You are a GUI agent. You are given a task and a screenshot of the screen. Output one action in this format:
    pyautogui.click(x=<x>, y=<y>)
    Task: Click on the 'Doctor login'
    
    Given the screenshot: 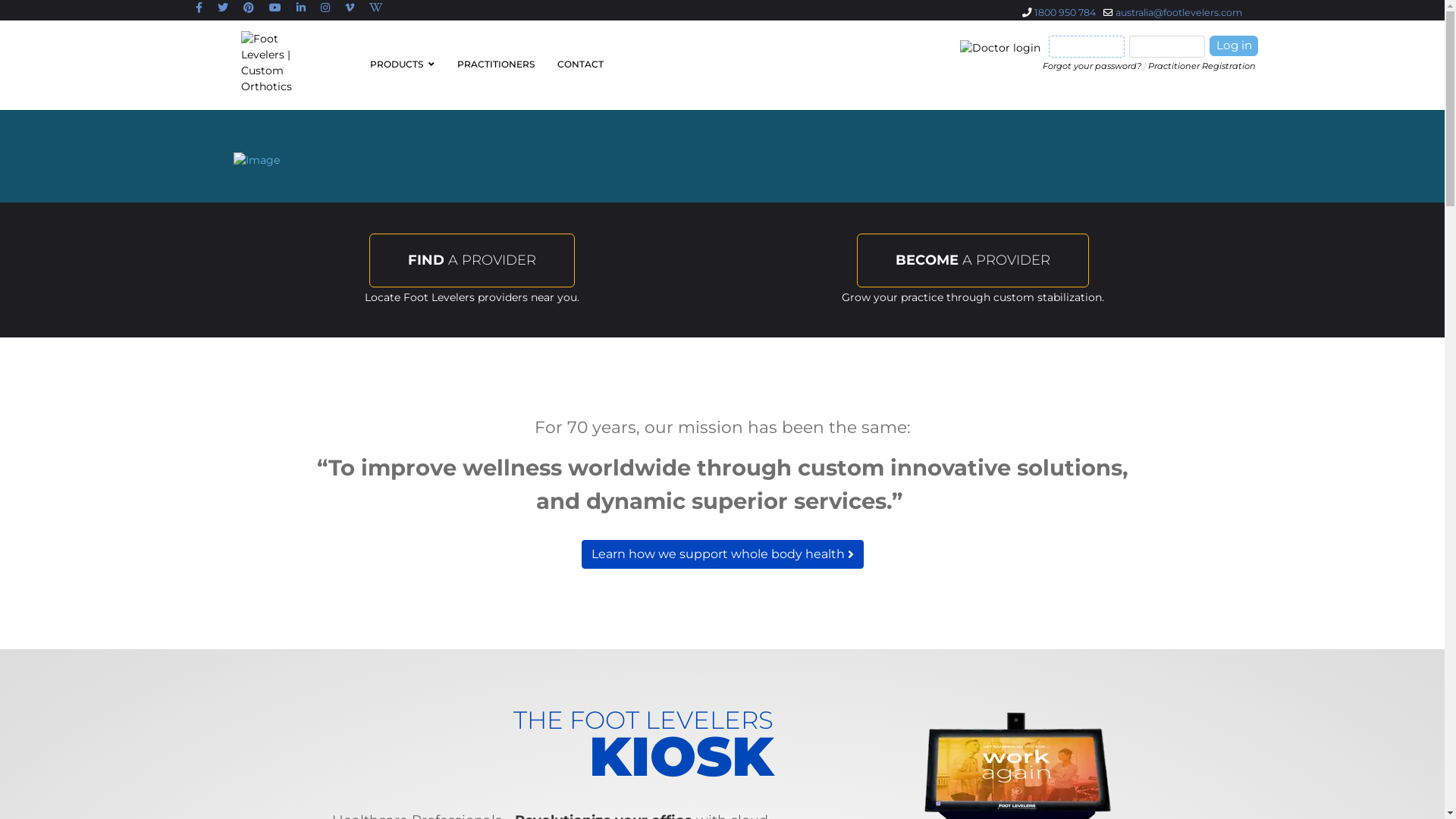 What is the action you would take?
    pyautogui.click(x=1003, y=45)
    